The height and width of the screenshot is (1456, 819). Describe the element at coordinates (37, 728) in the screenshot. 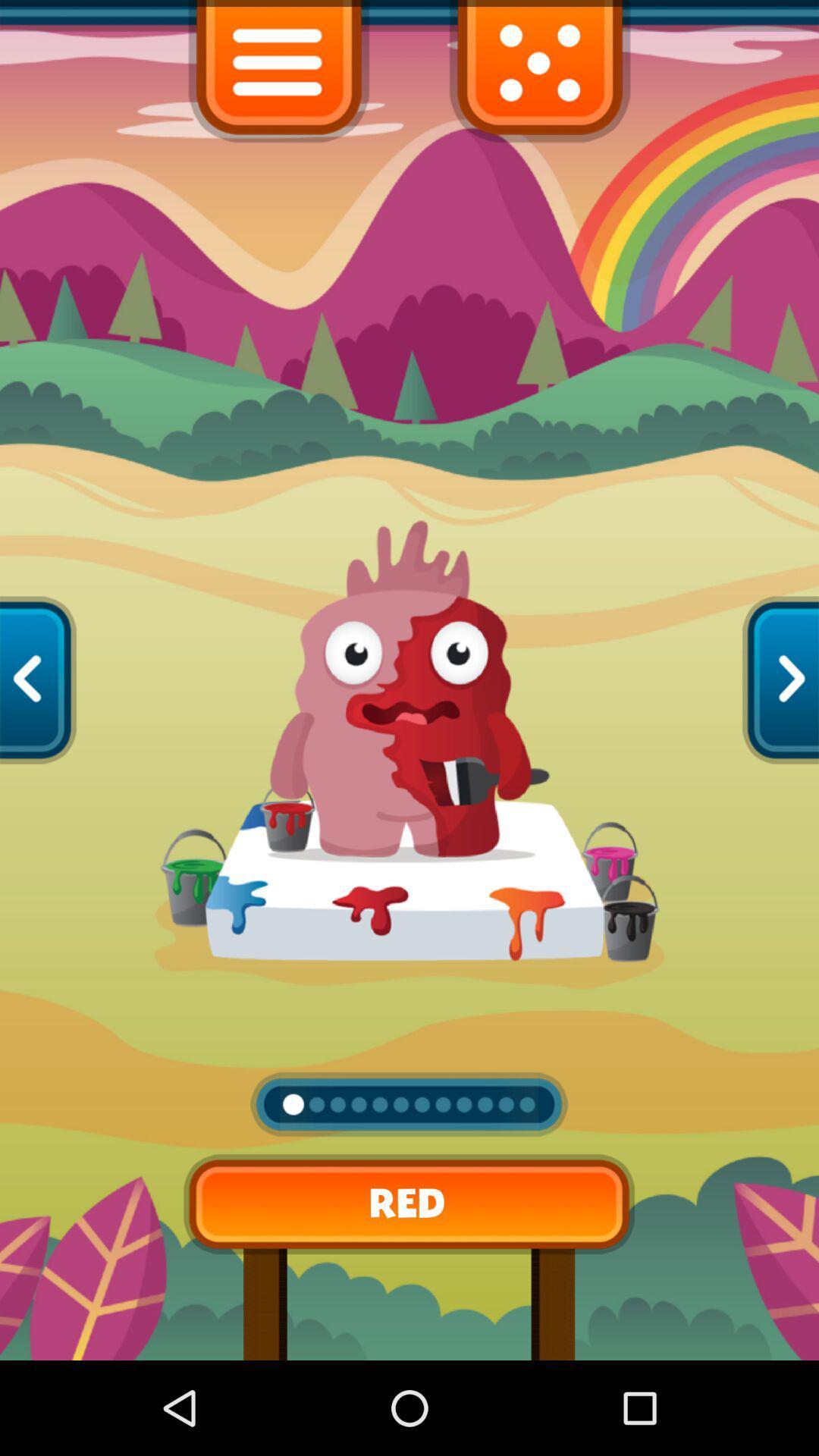

I see `the share icon` at that location.